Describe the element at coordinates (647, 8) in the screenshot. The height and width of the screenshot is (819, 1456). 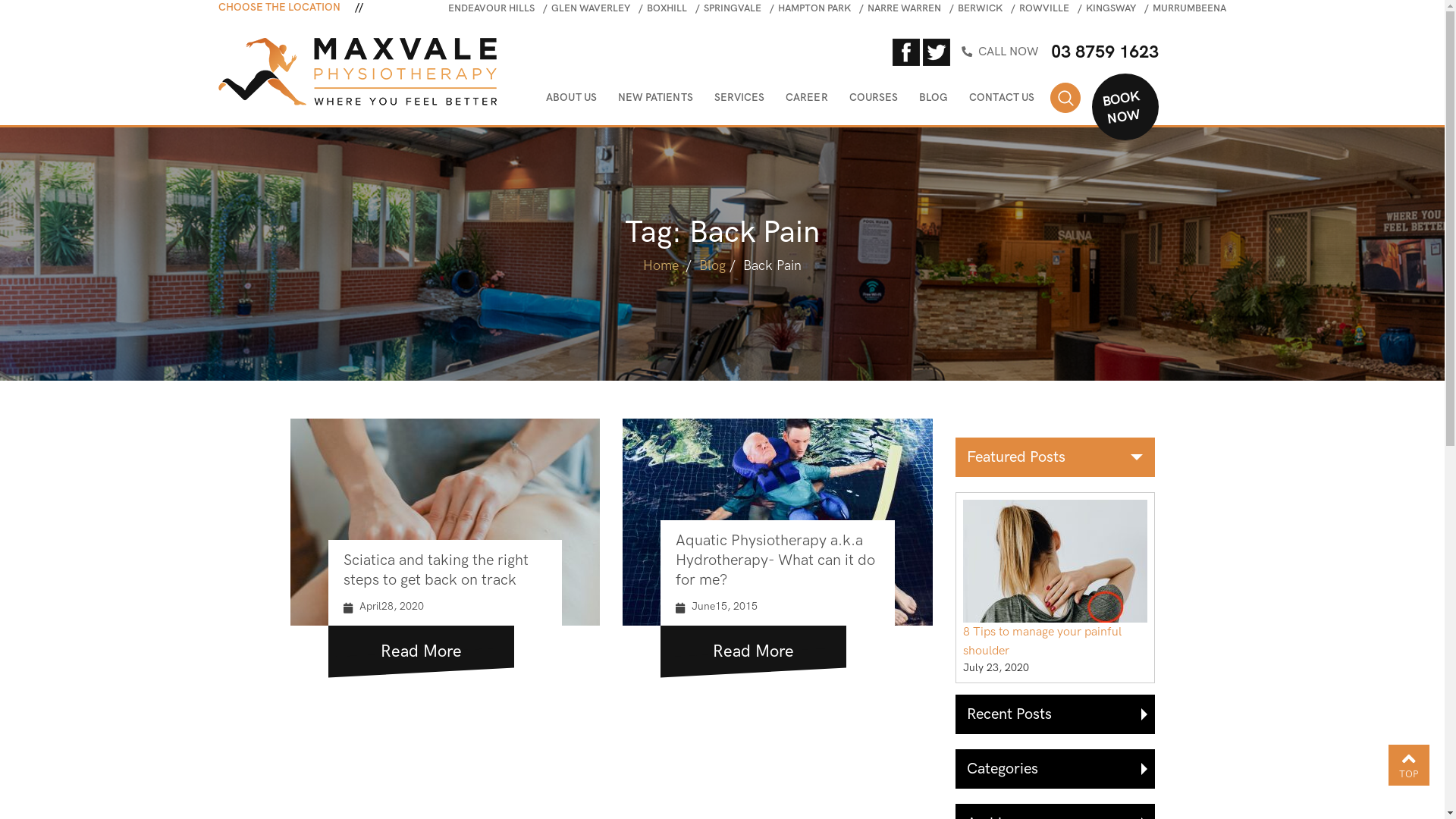
I see `'BOXHILL'` at that location.